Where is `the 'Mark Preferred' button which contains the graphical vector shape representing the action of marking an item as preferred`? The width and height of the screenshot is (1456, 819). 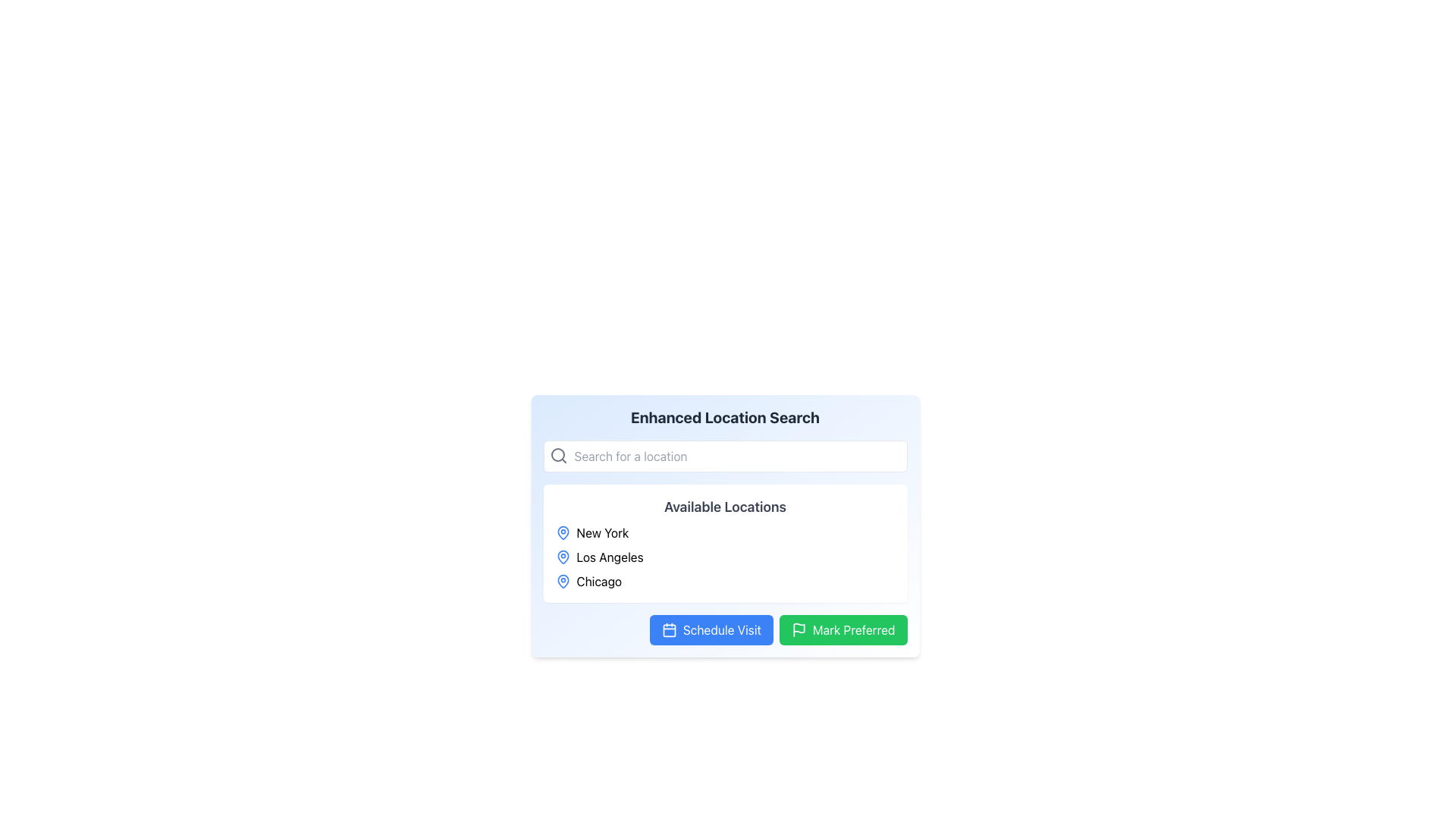 the 'Mark Preferred' button which contains the graphical vector shape representing the action of marking an item as preferred is located at coordinates (798, 628).